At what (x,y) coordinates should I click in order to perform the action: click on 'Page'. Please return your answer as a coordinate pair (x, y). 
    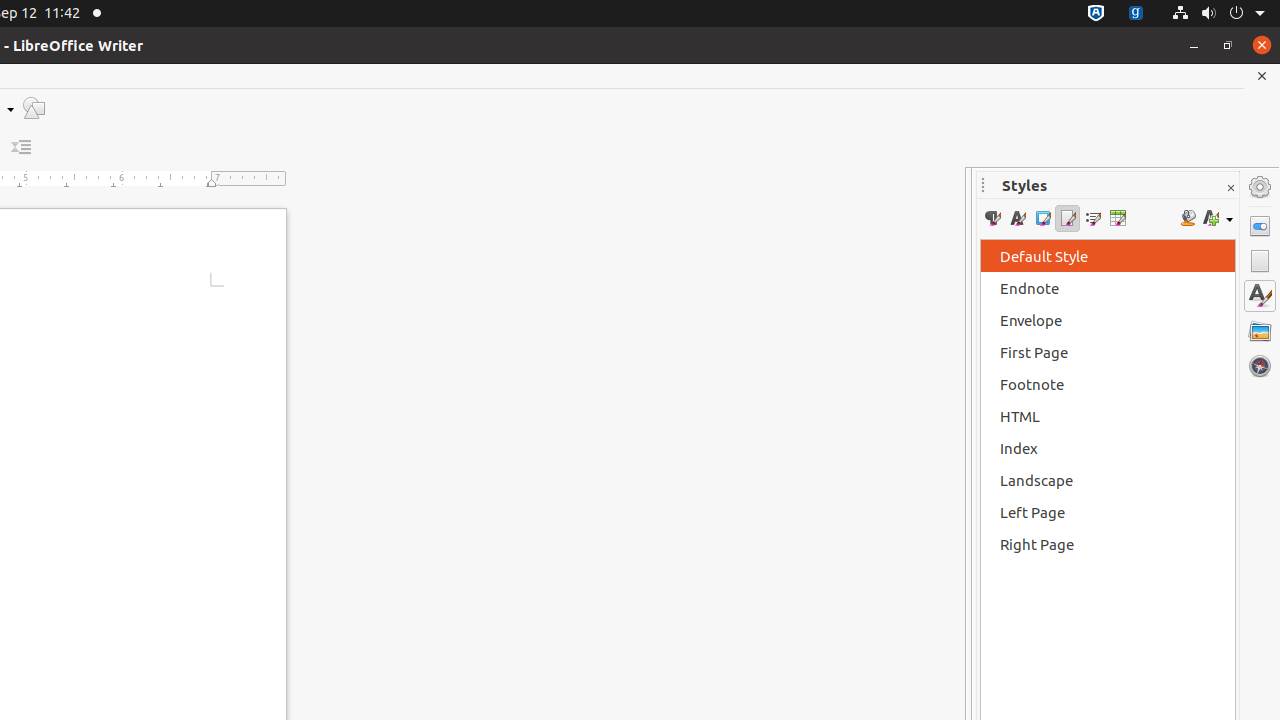
    Looking at the image, I should click on (1259, 260).